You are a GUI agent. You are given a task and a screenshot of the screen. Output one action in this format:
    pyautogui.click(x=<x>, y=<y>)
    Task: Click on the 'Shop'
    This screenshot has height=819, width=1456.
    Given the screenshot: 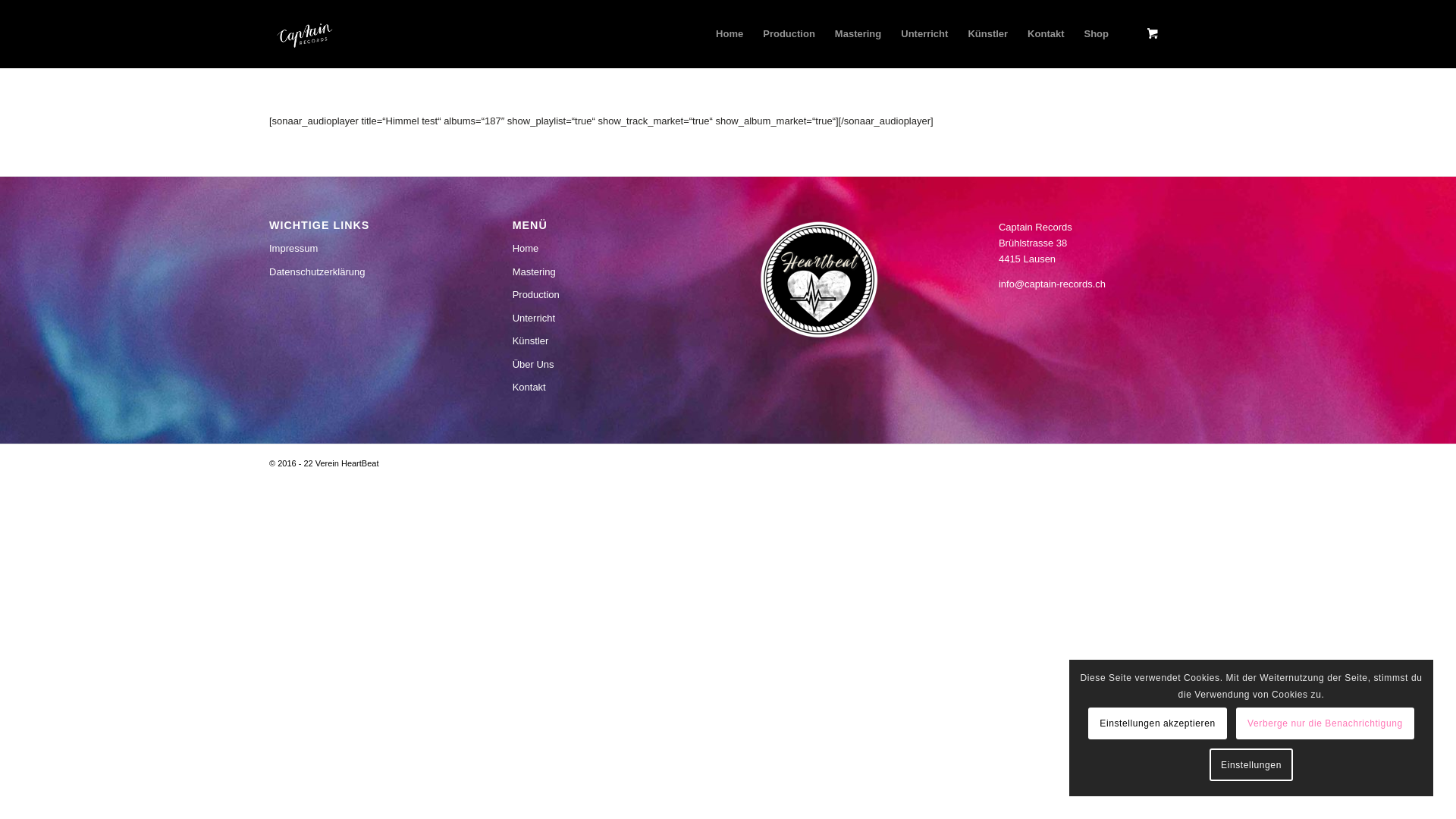 What is the action you would take?
    pyautogui.click(x=1096, y=34)
    